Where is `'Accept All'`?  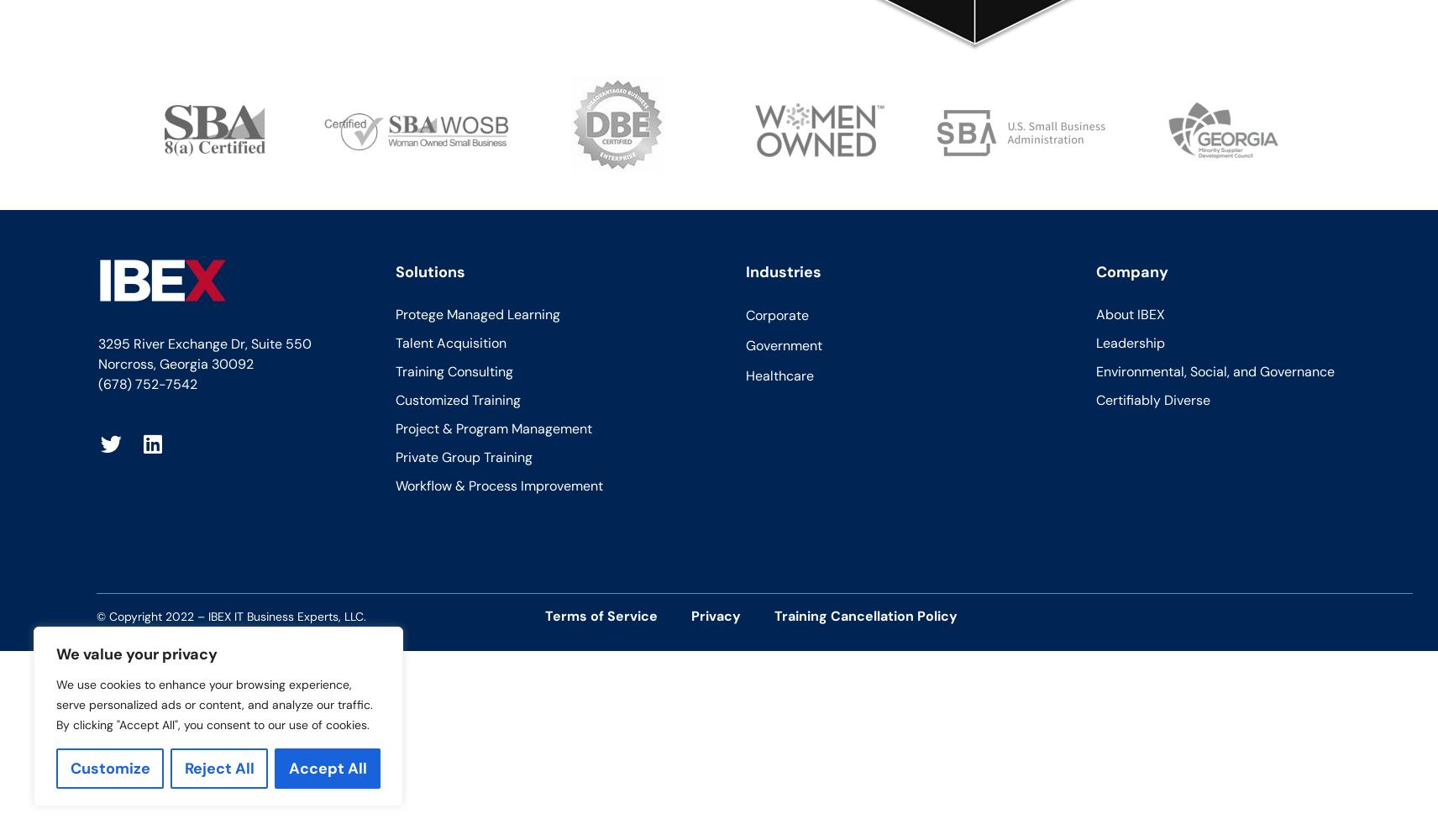 'Accept All' is located at coordinates (327, 769).